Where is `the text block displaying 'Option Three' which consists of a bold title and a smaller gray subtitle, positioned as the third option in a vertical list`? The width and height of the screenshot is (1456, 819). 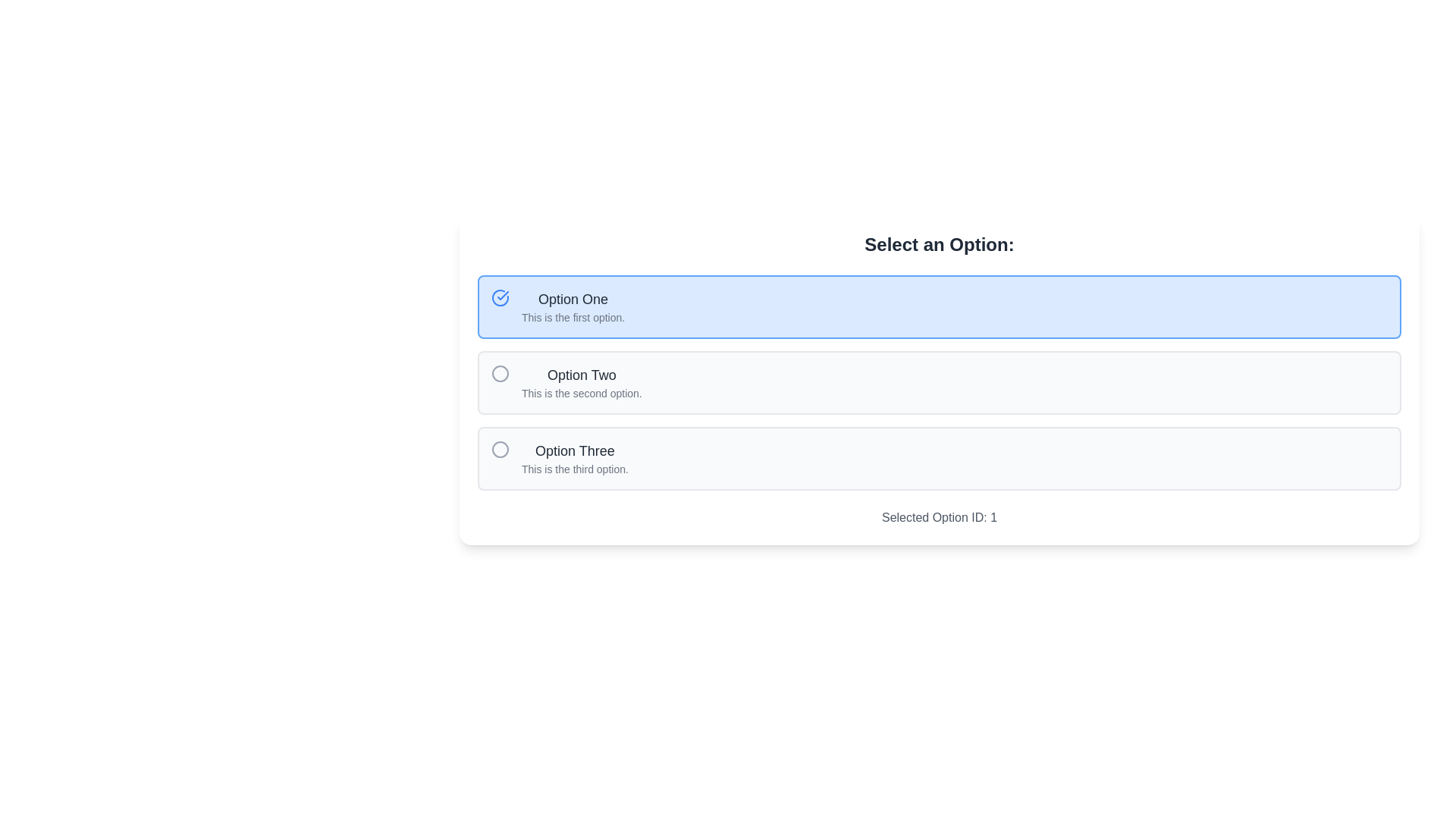 the text block displaying 'Option Three' which consists of a bold title and a smaller gray subtitle, positioned as the third option in a vertical list is located at coordinates (574, 458).